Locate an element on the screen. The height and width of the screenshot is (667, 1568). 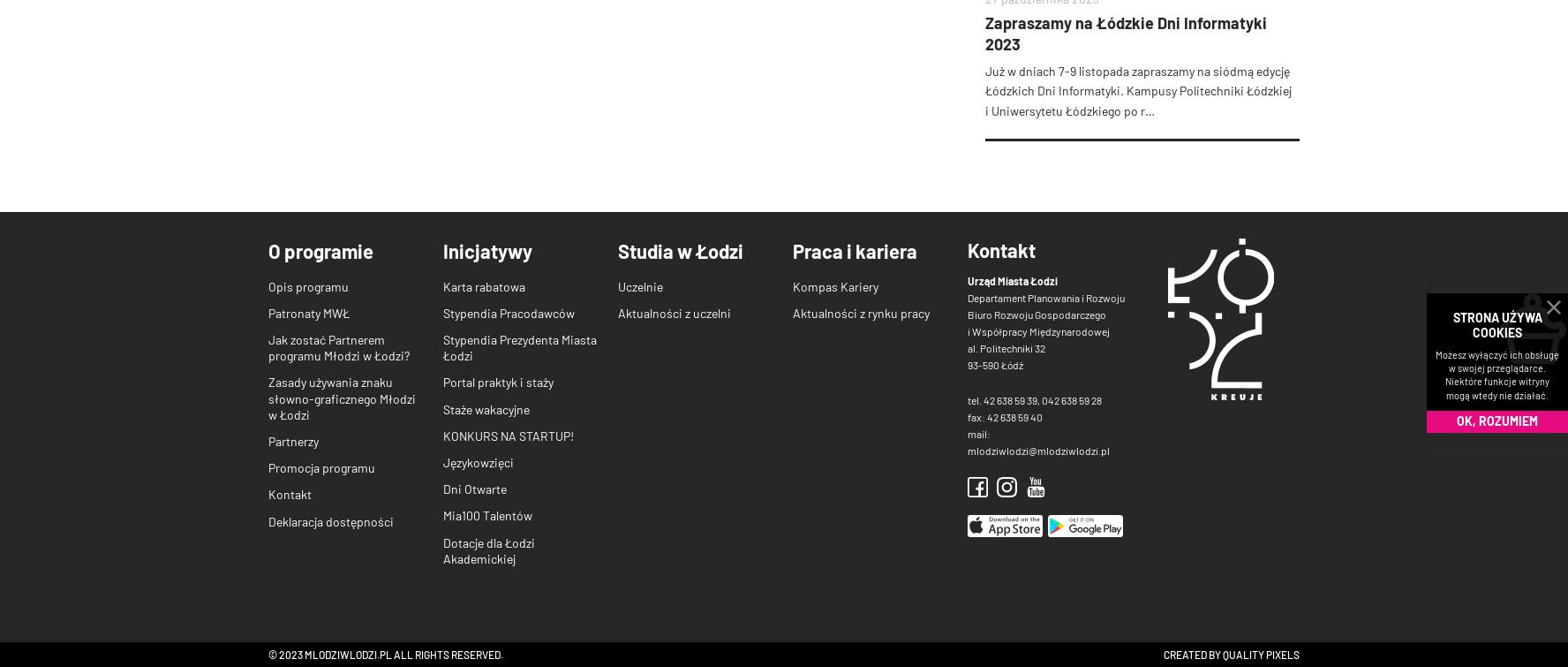
'42 638 59 40' is located at coordinates (1014, 414).